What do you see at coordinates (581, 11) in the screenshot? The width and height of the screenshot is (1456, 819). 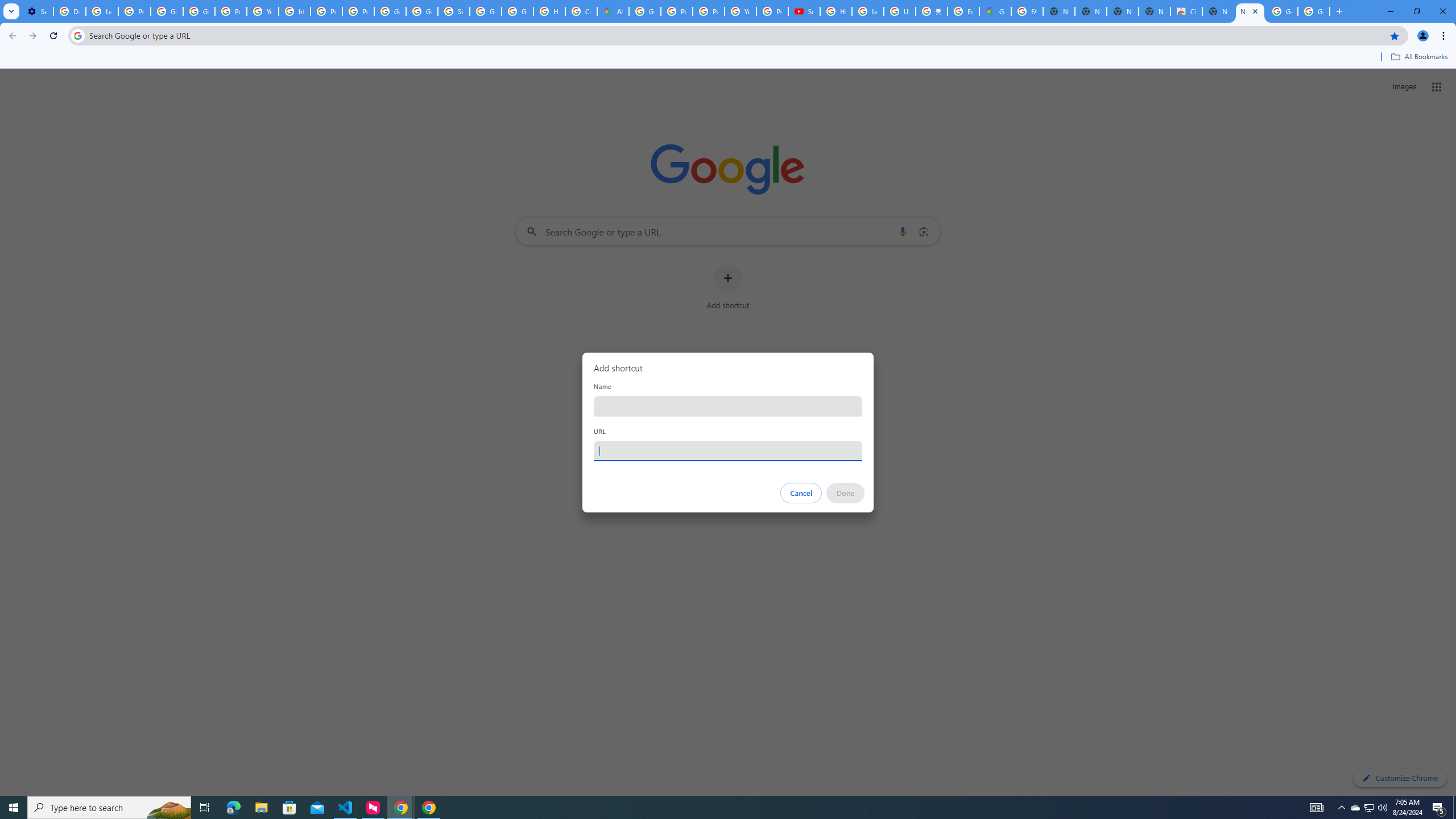 I see `'Create your Google Account'` at bounding box center [581, 11].